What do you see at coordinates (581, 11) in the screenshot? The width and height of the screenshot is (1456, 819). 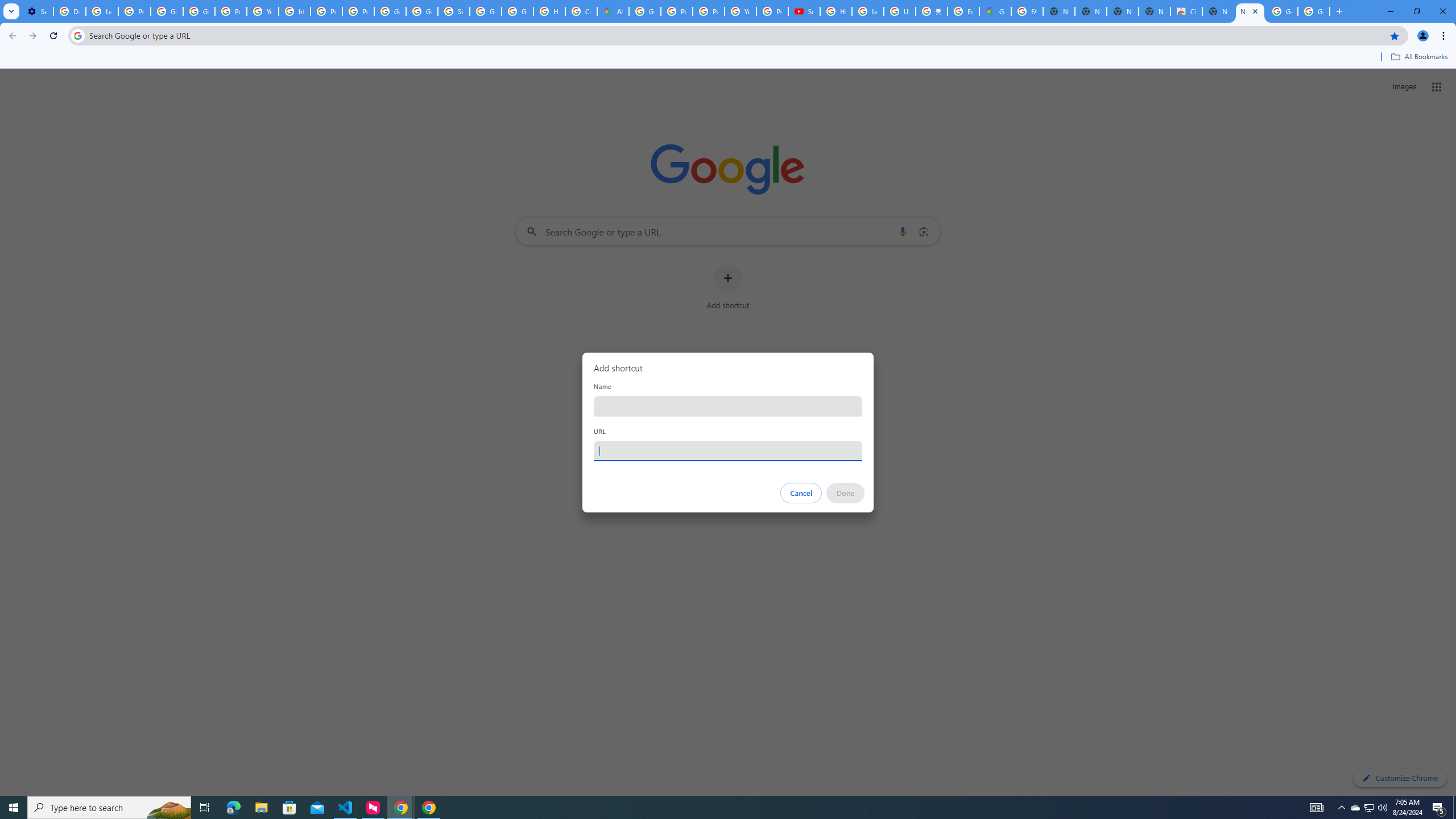 I see `'Create your Google Account'` at bounding box center [581, 11].